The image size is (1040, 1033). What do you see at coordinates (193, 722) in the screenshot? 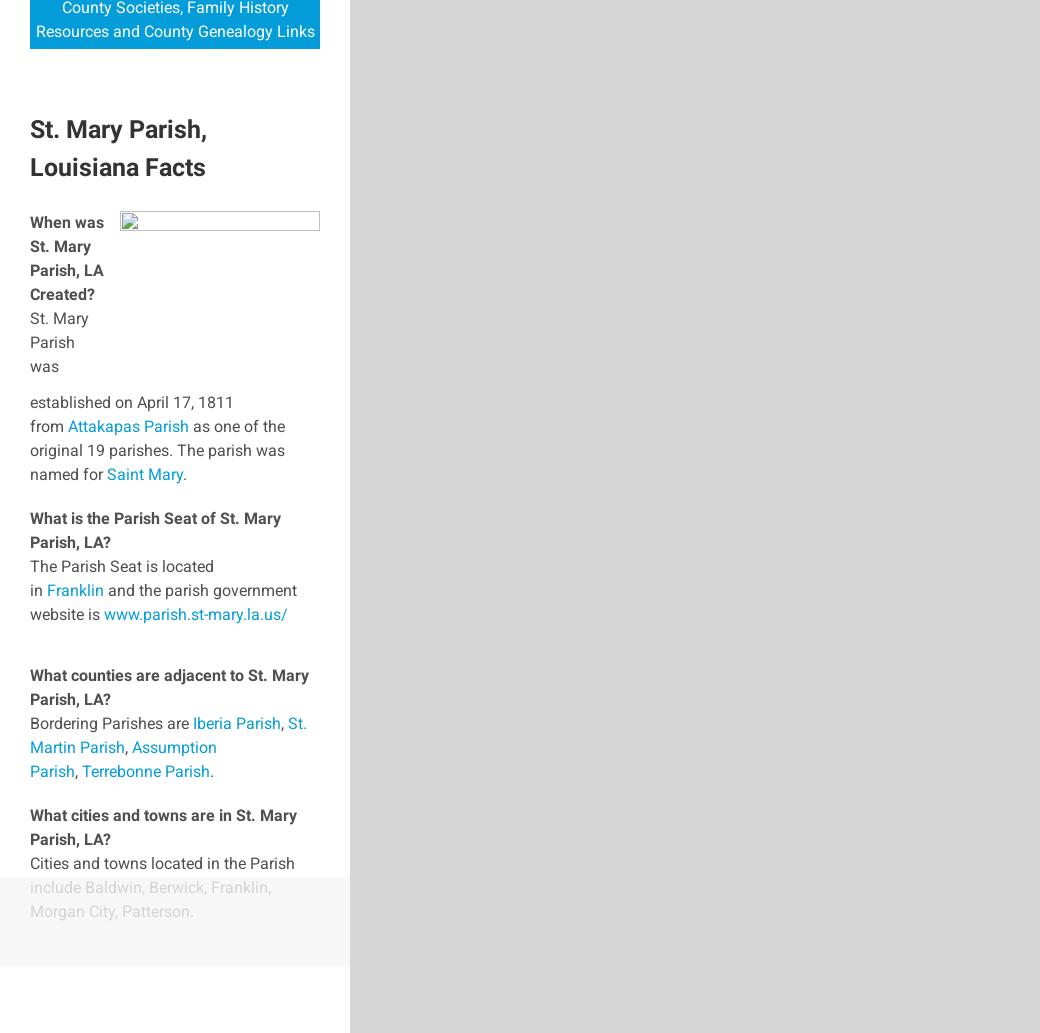
I see `'Iberia Parish'` at bounding box center [193, 722].